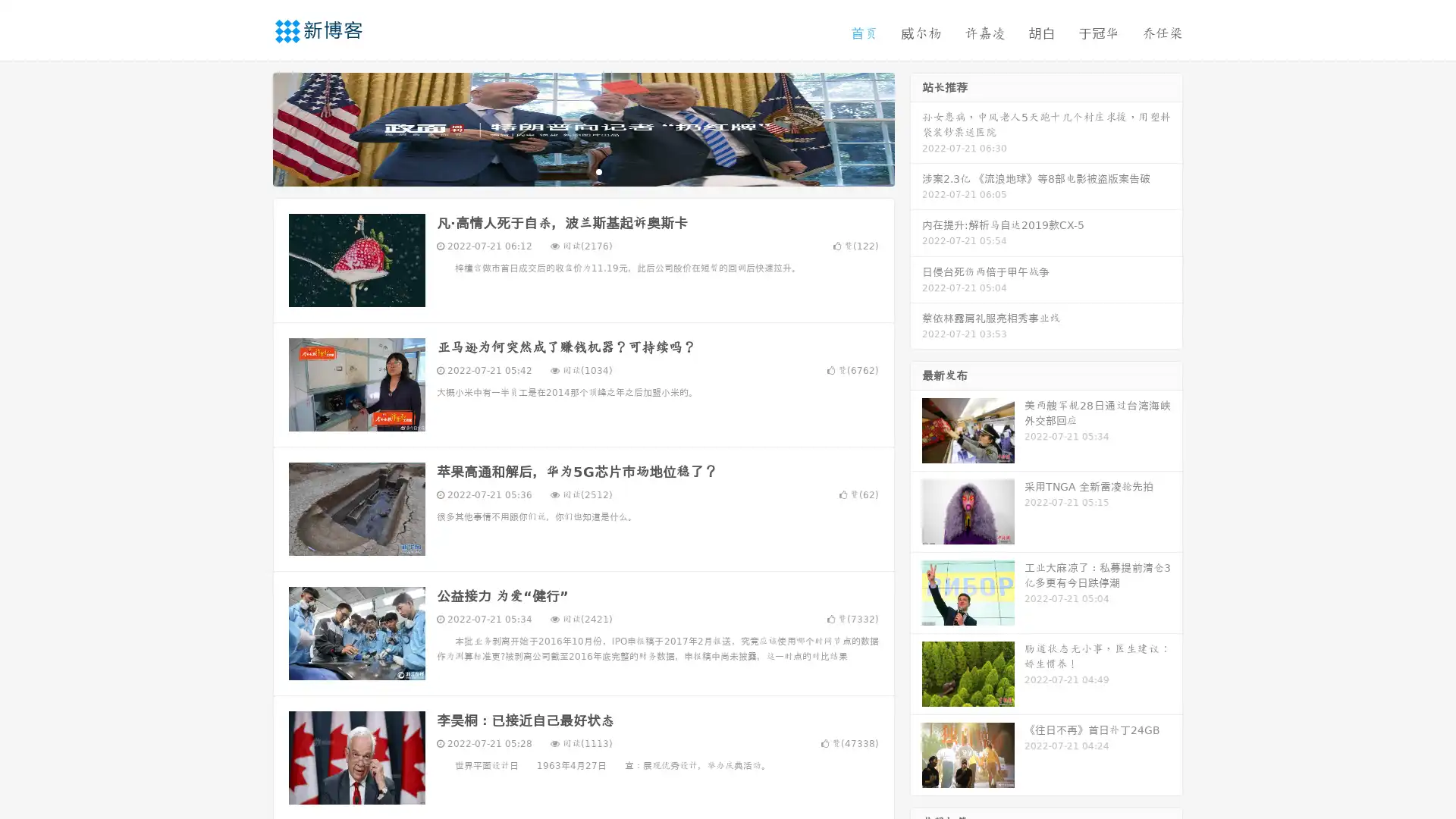 The width and height of the screenshot is (1456, 819). What do you see at coordinates (250, 127) in the screenshot?
I see `Previous slide` at bounding box center [250, 127].